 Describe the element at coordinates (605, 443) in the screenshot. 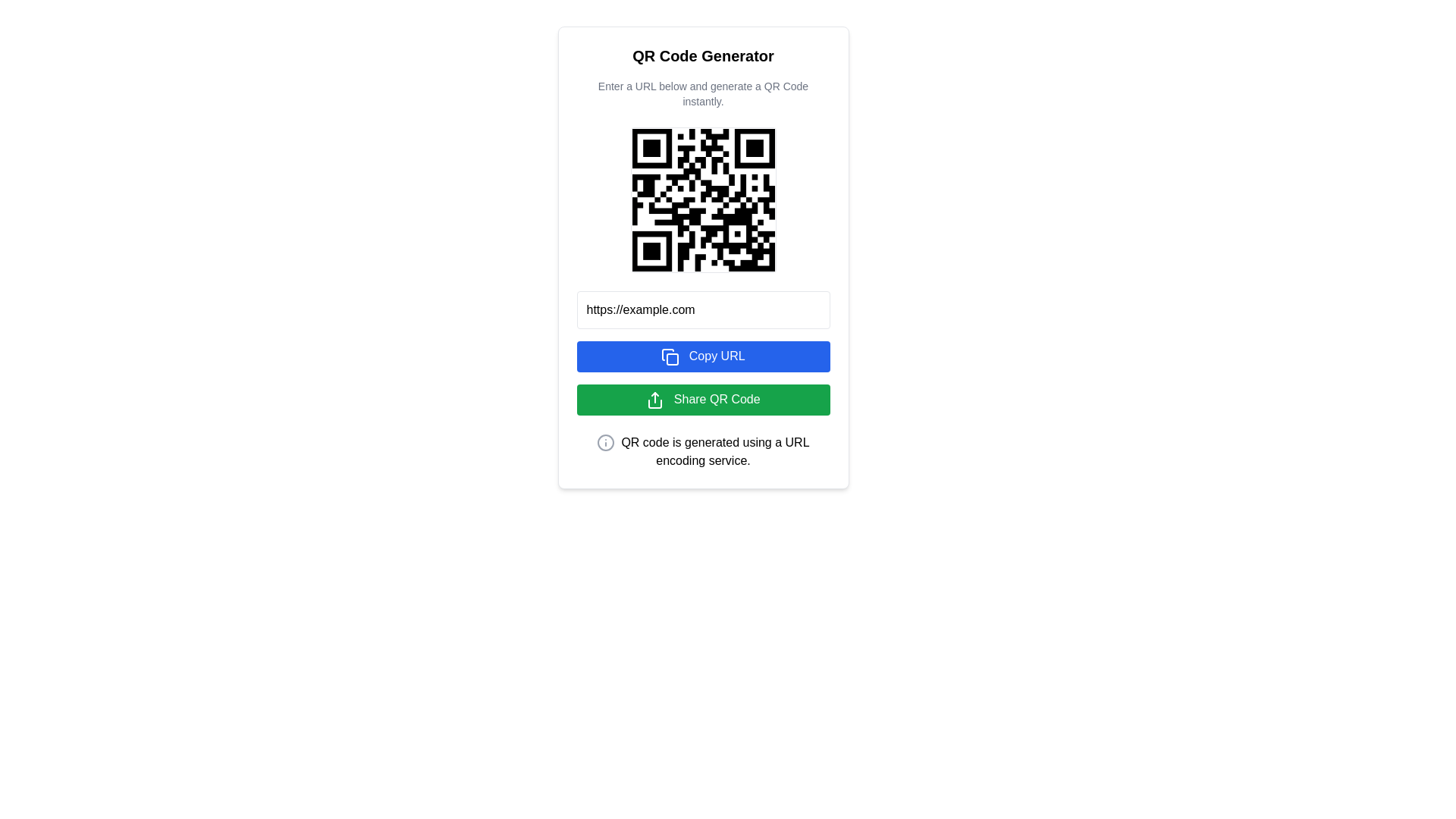

I see `the central circular part of the SVG icon representing the information icon` at that location.